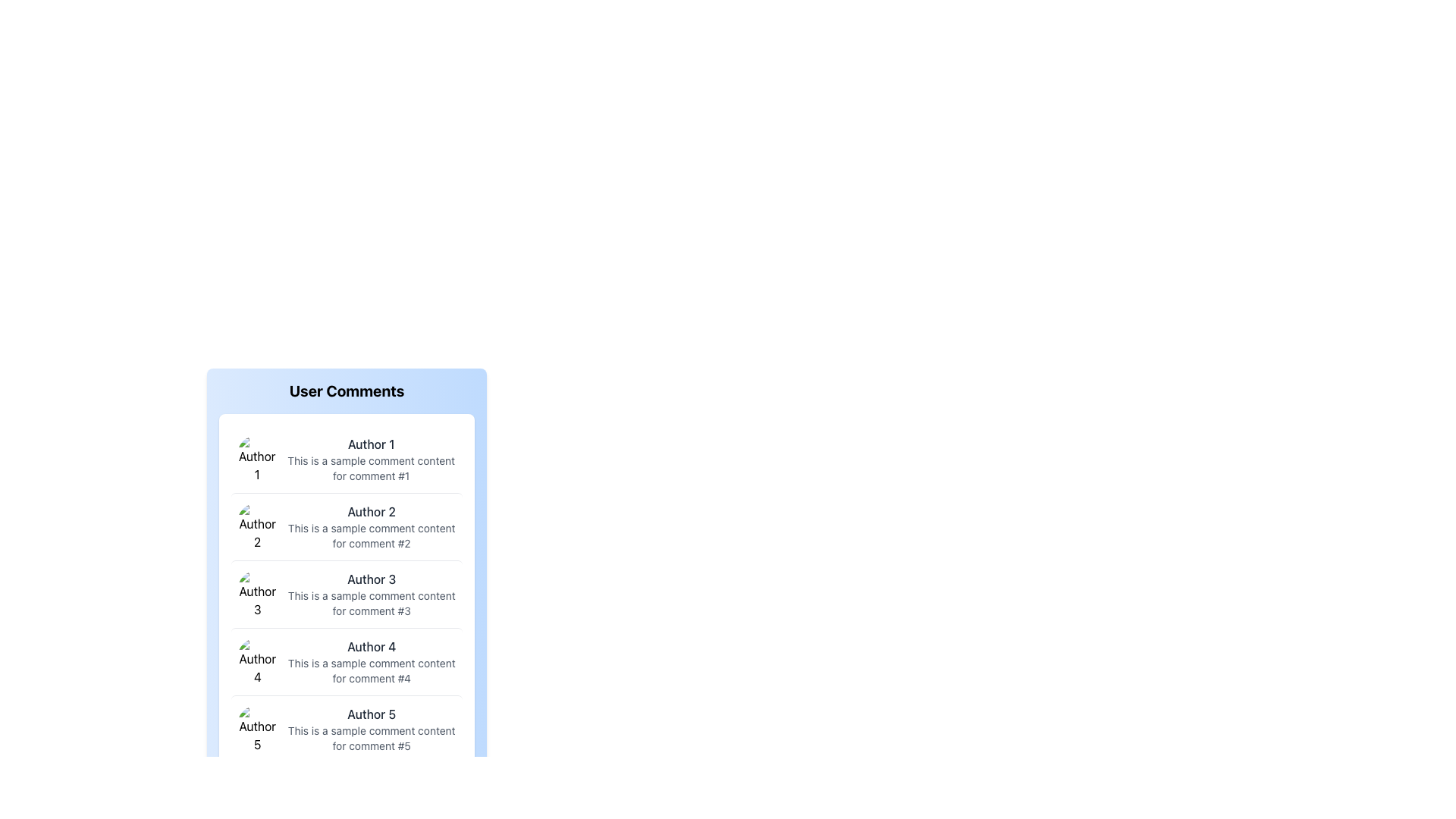  I want to click on the static text that displays the comment 'This is a sample comment content for comment #5' associated with 'Author 5' in the user comments section, so click(372, 738).